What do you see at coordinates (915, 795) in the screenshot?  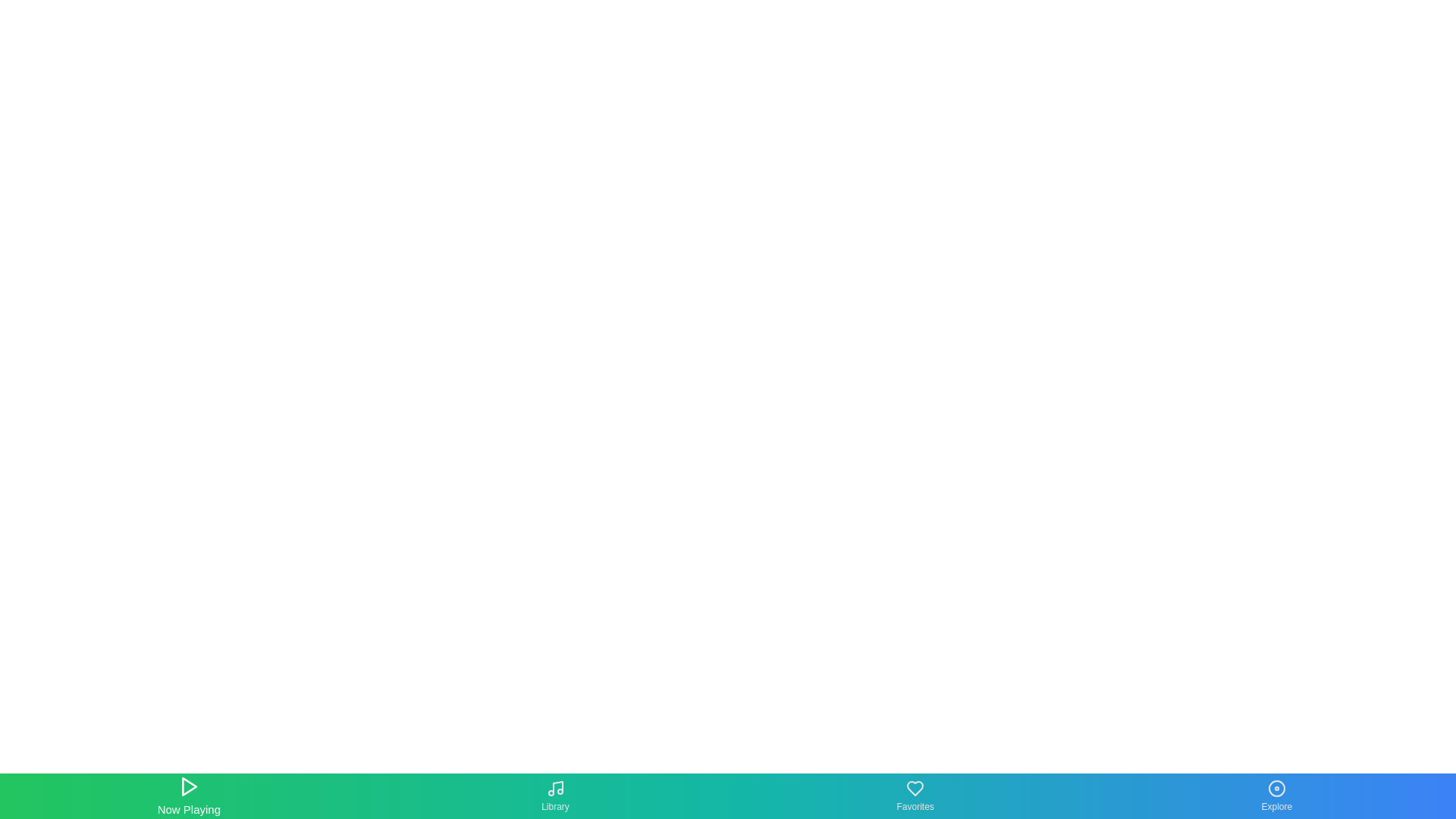 I see `the tab labeled Favorites to inspect its tooltip or label` at bounding box center [915, 795].